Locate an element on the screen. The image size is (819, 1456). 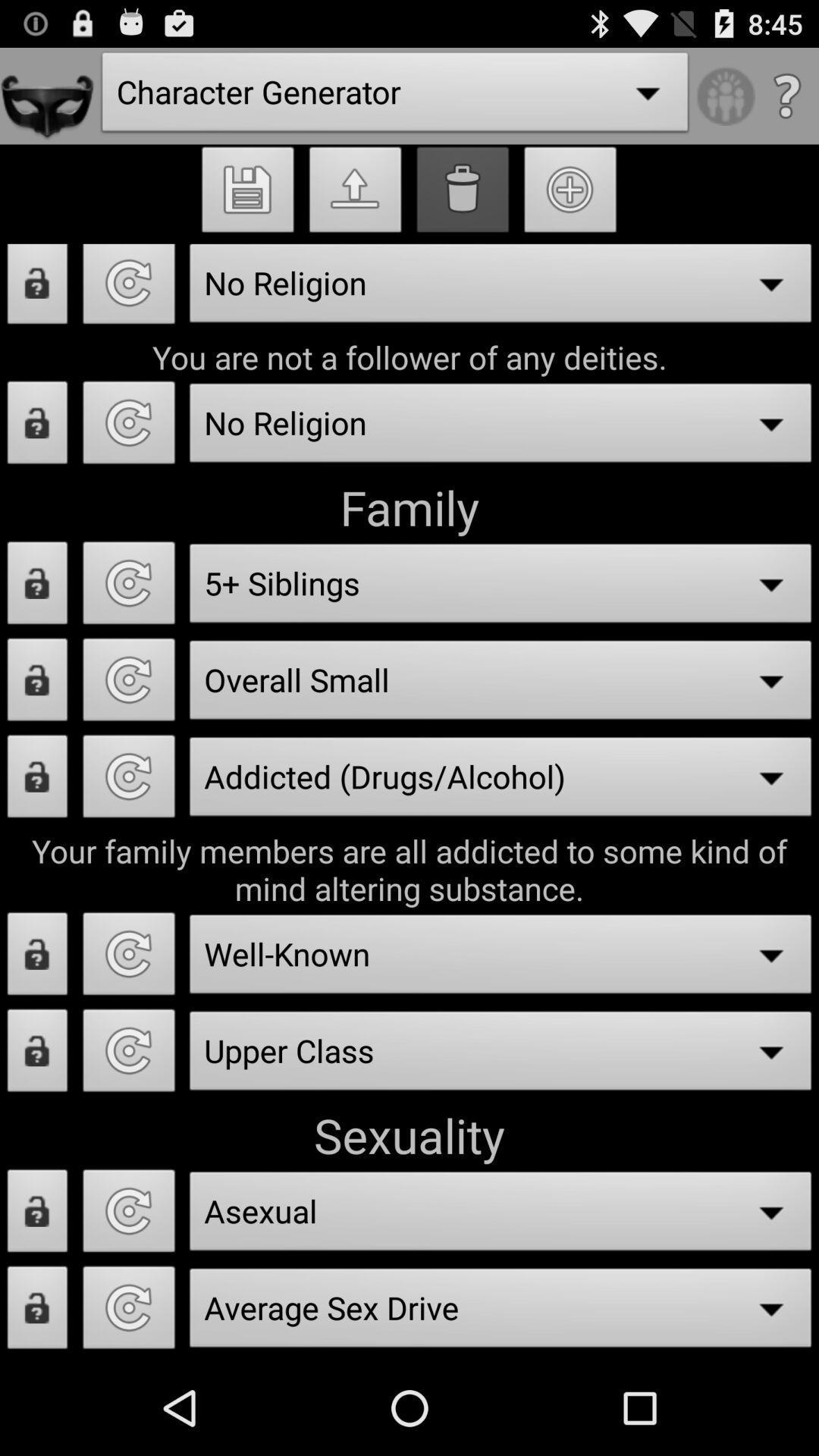
lock page is located at coordinates (36, 290).